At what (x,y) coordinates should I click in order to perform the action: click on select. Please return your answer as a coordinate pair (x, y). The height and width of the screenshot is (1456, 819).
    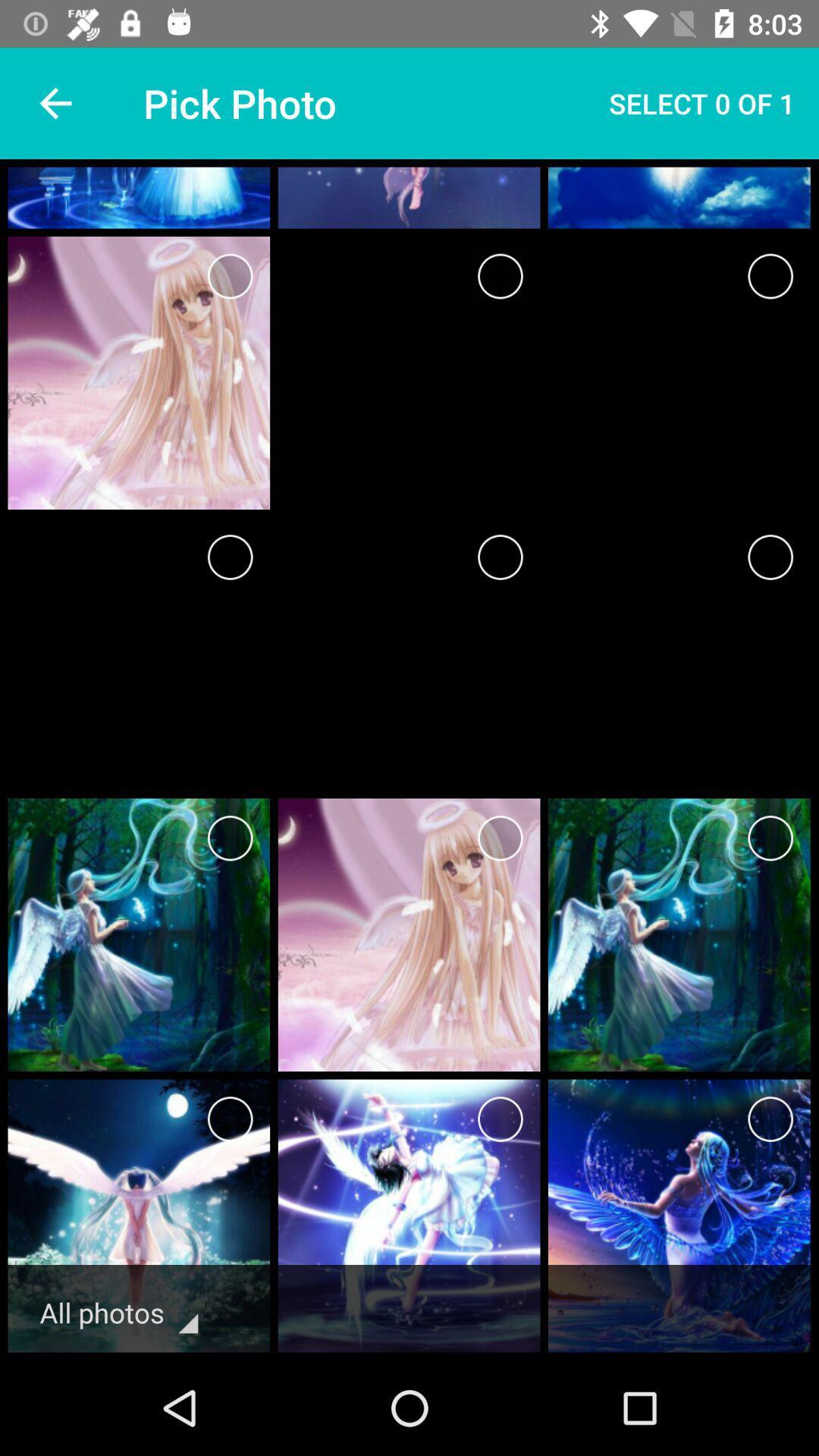
    Looking at the image, I should click on (500, 837).